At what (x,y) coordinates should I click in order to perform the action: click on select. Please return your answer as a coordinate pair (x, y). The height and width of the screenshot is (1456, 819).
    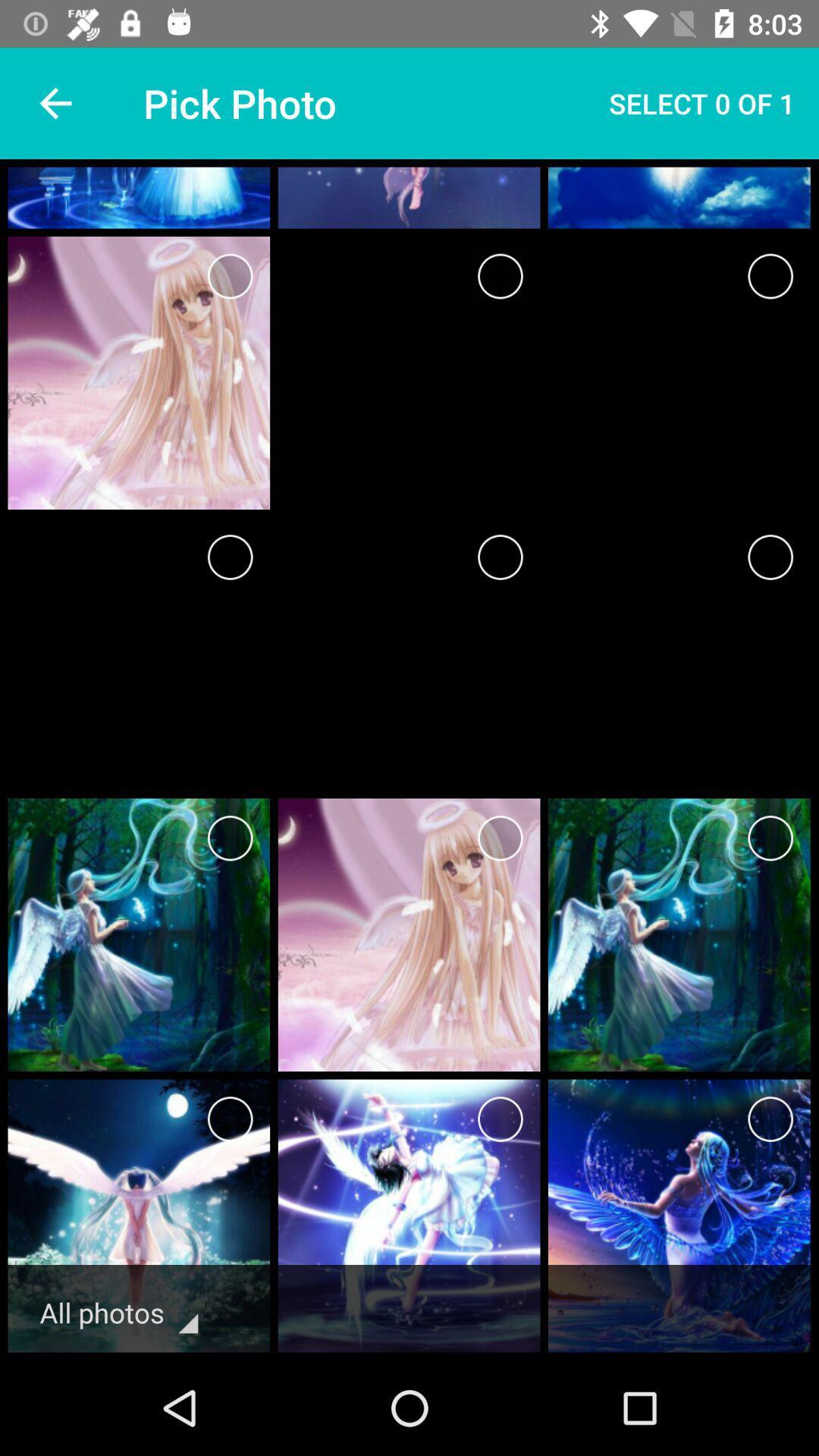
    Looking at the image, I should click on (500, 837).